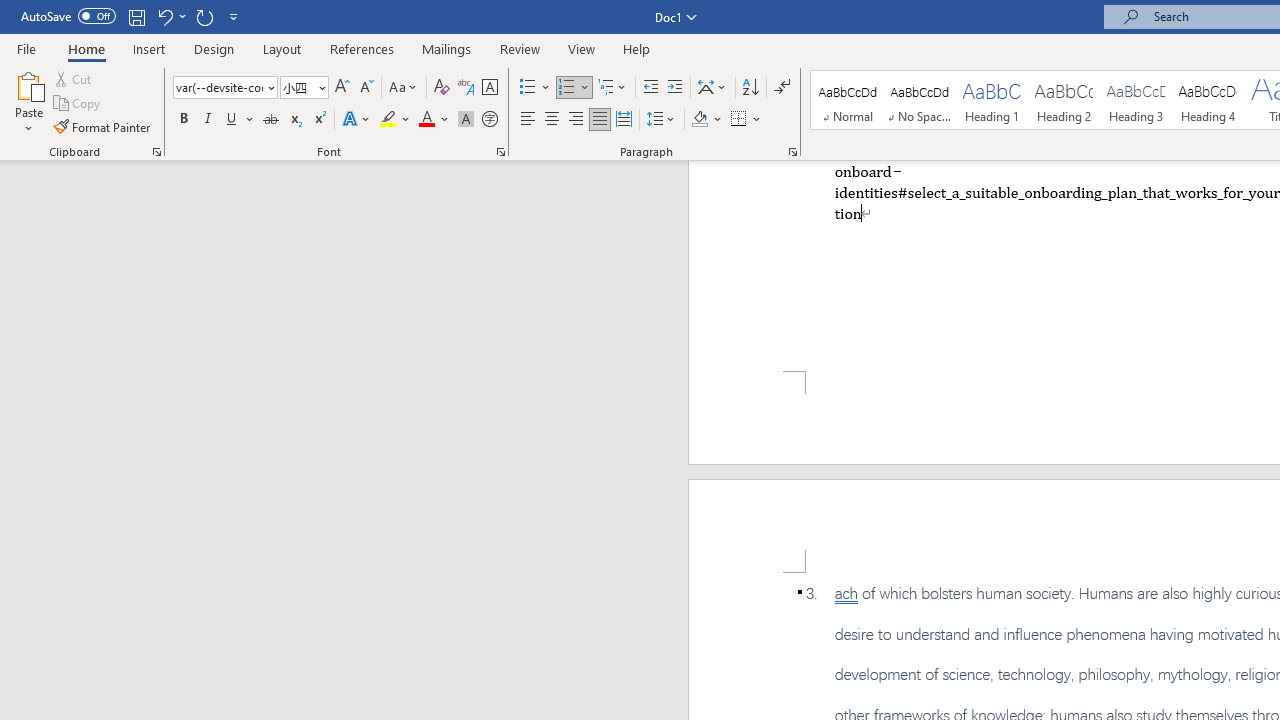 This screenshot has width=1280, height=720. Describe the element at coordinates (170, 16) in the screenshot. I see `'Undo Apply Quick Style'` at that location.